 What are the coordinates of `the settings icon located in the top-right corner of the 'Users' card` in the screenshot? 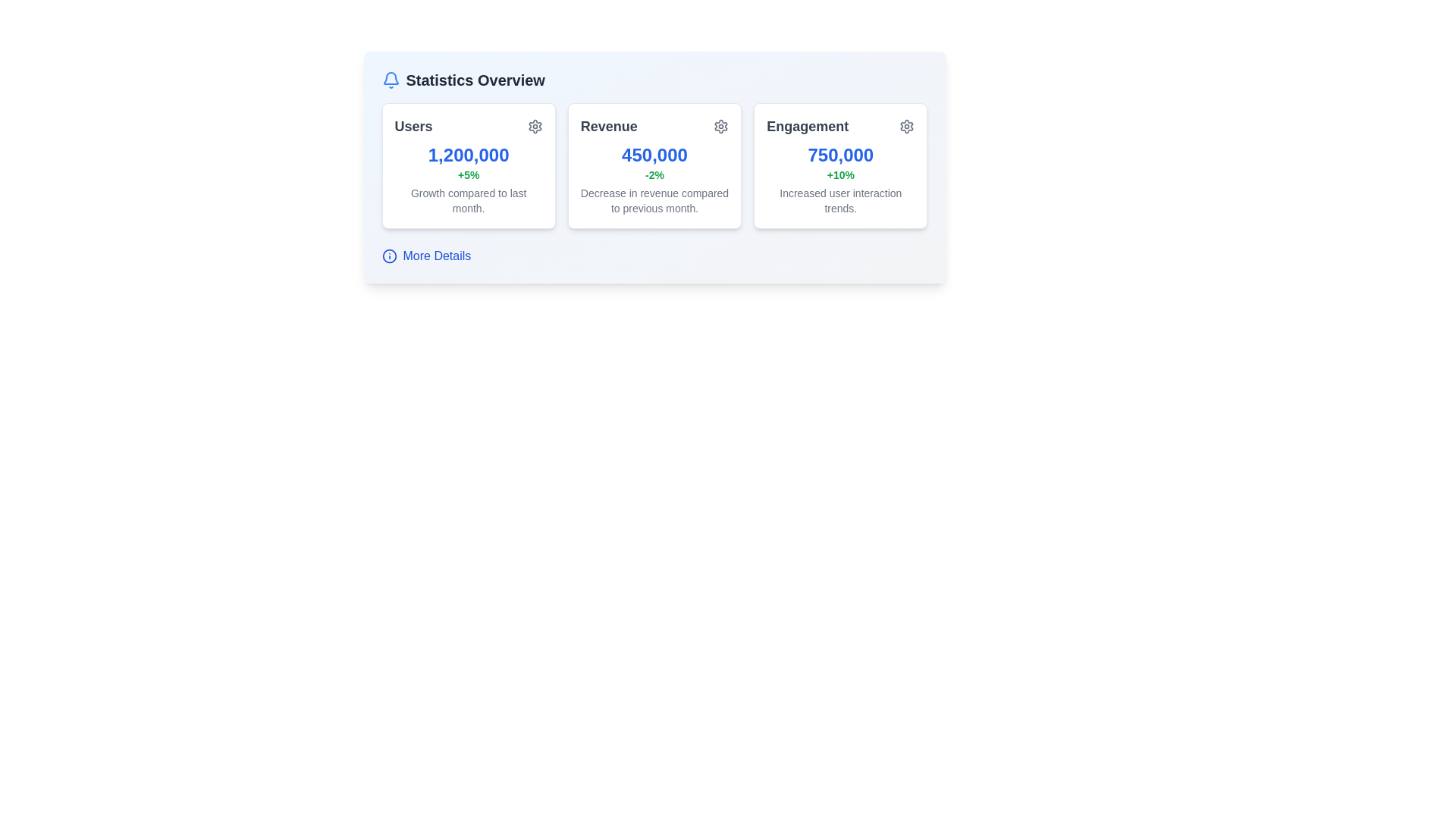 It's located at (535, 125).